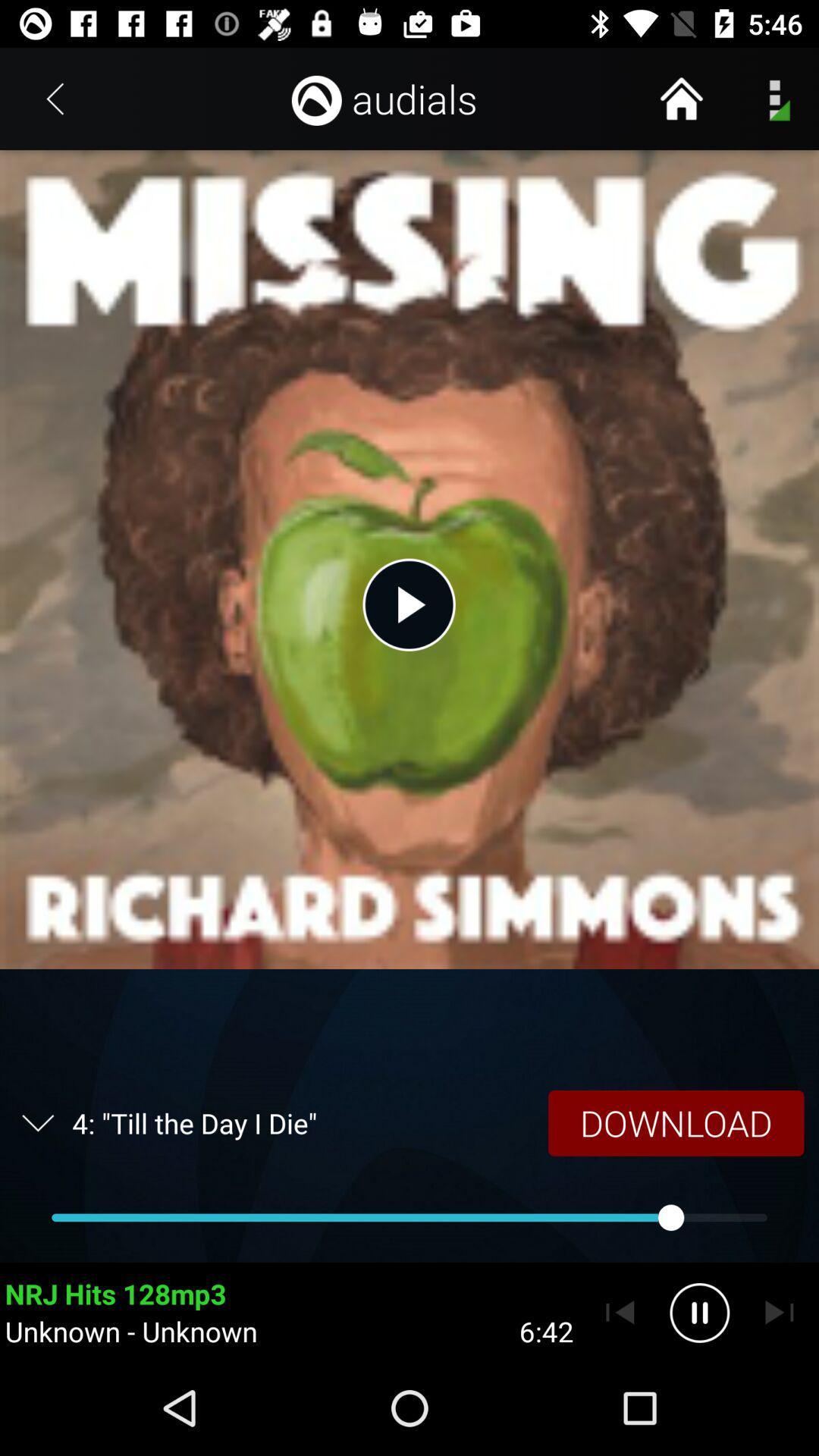 Image resolution: width=819 pixels, height=1456 pixels. Describe the element at coordinates (680, 98) in the screenshot. I see `the item next to audials` at that location.